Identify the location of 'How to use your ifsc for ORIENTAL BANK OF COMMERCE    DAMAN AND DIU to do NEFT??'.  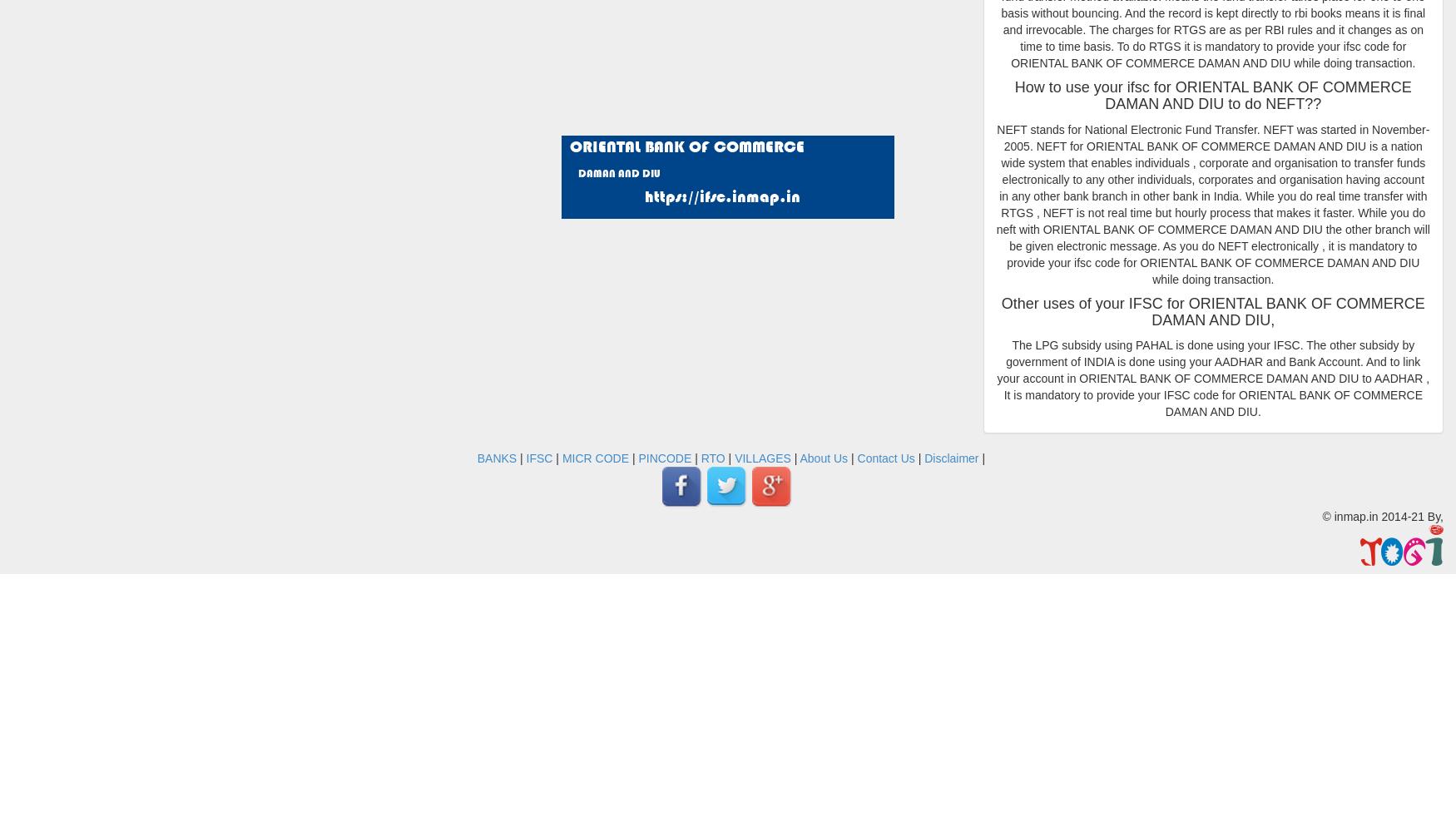
(1212, 94).